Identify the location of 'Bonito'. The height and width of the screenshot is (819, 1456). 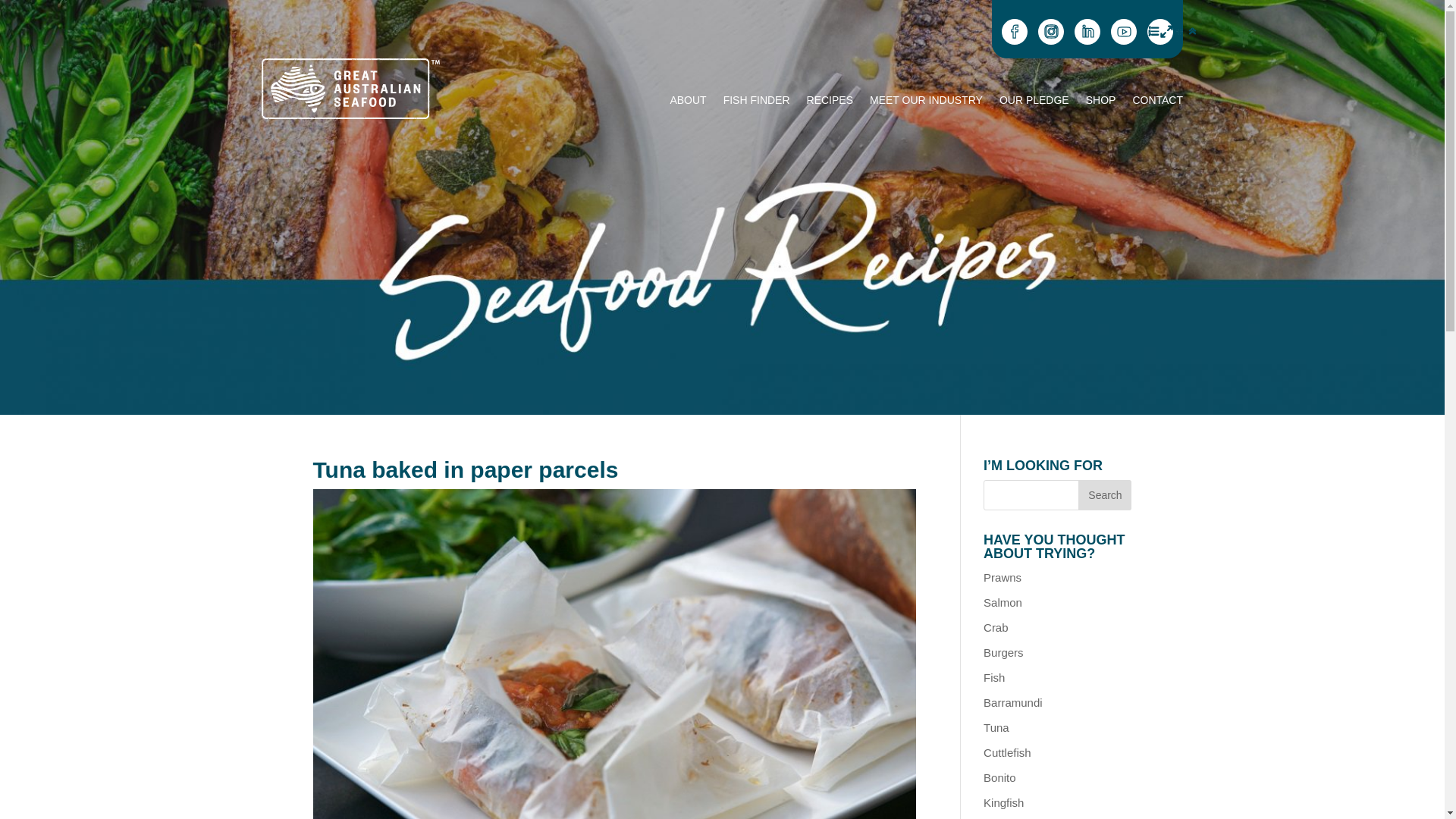
(999, 777).